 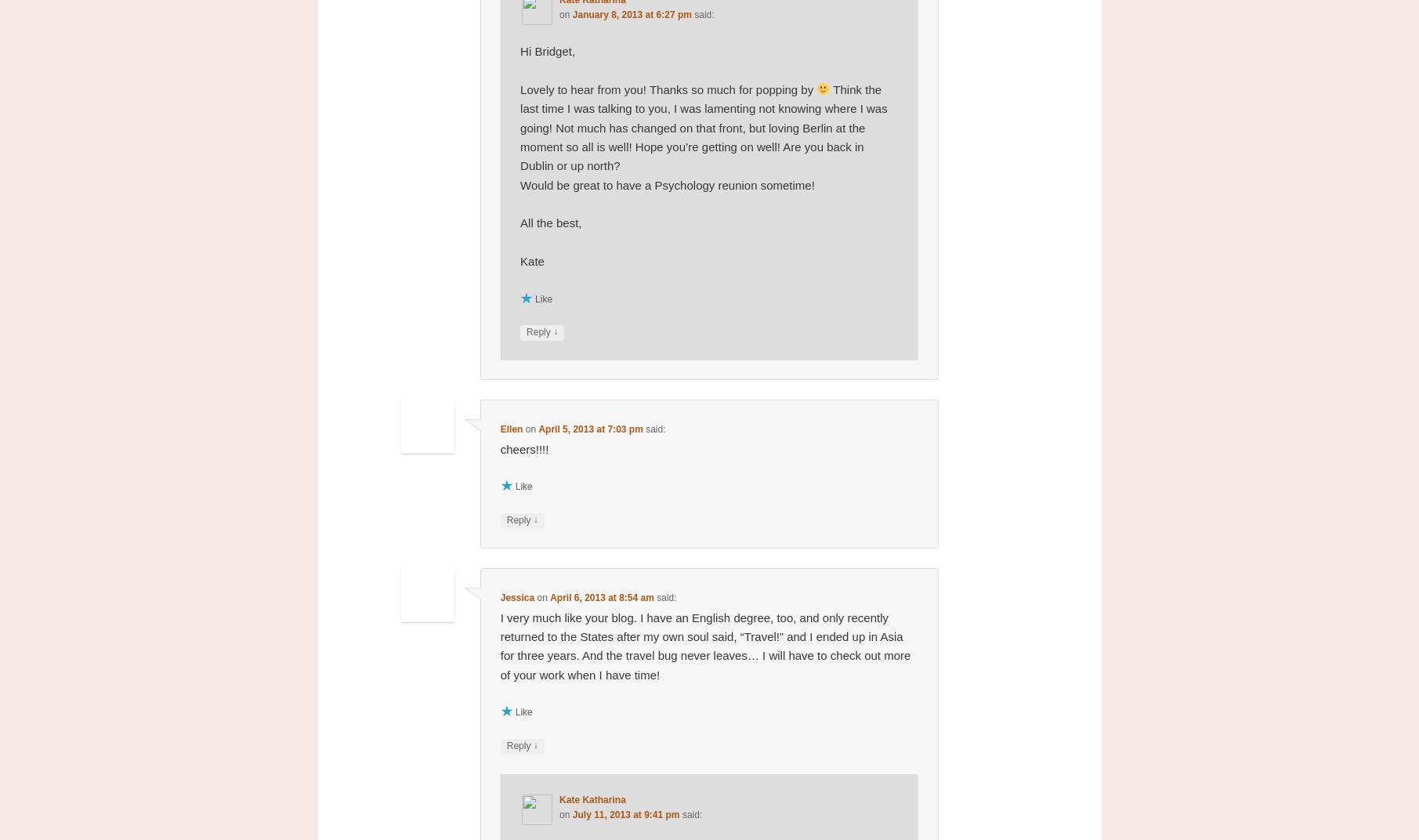 I want to click on 'Kate', so click(x=519, y=260).